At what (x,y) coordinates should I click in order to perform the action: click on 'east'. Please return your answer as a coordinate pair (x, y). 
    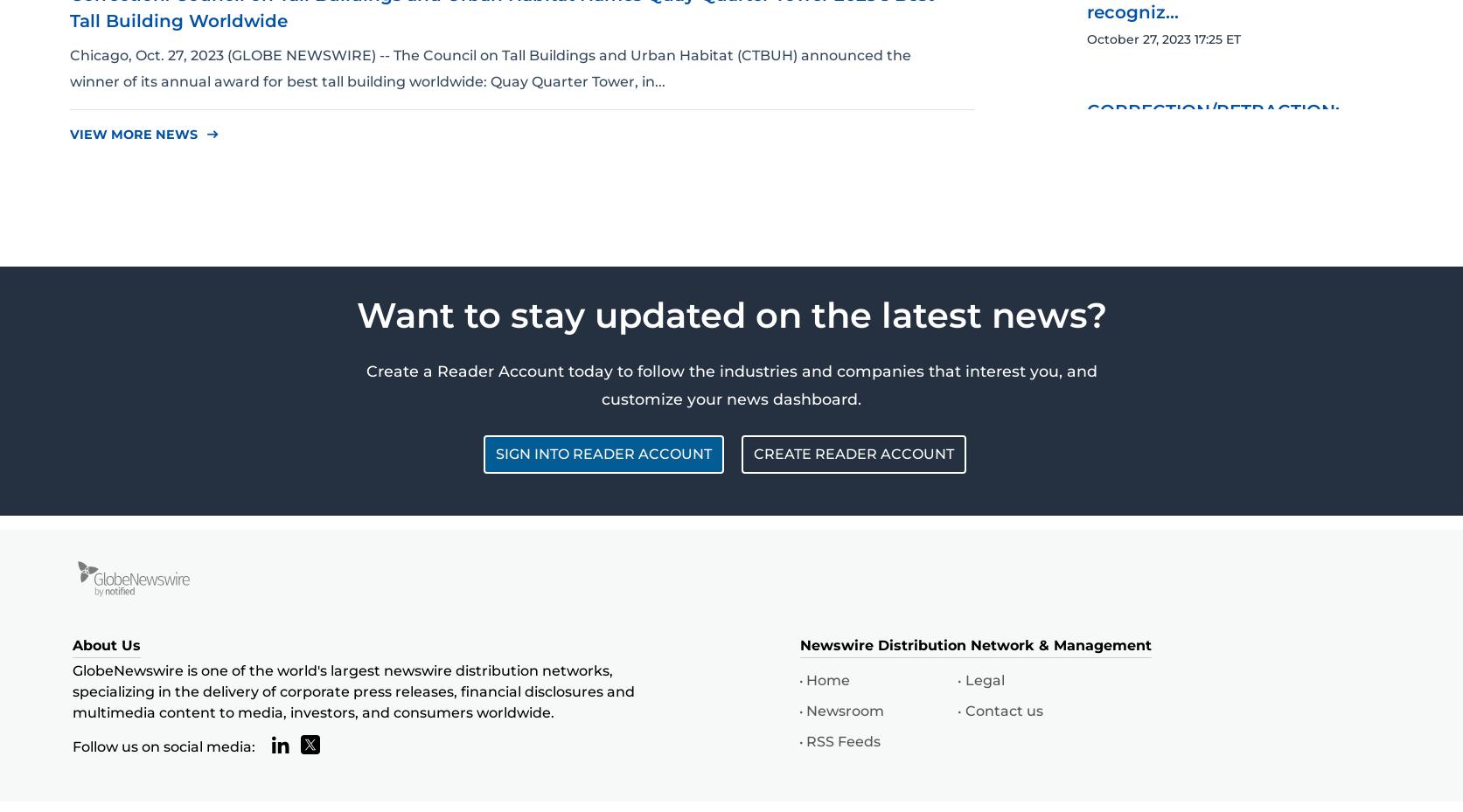
    Looking at the image, I should click on (206, 134).